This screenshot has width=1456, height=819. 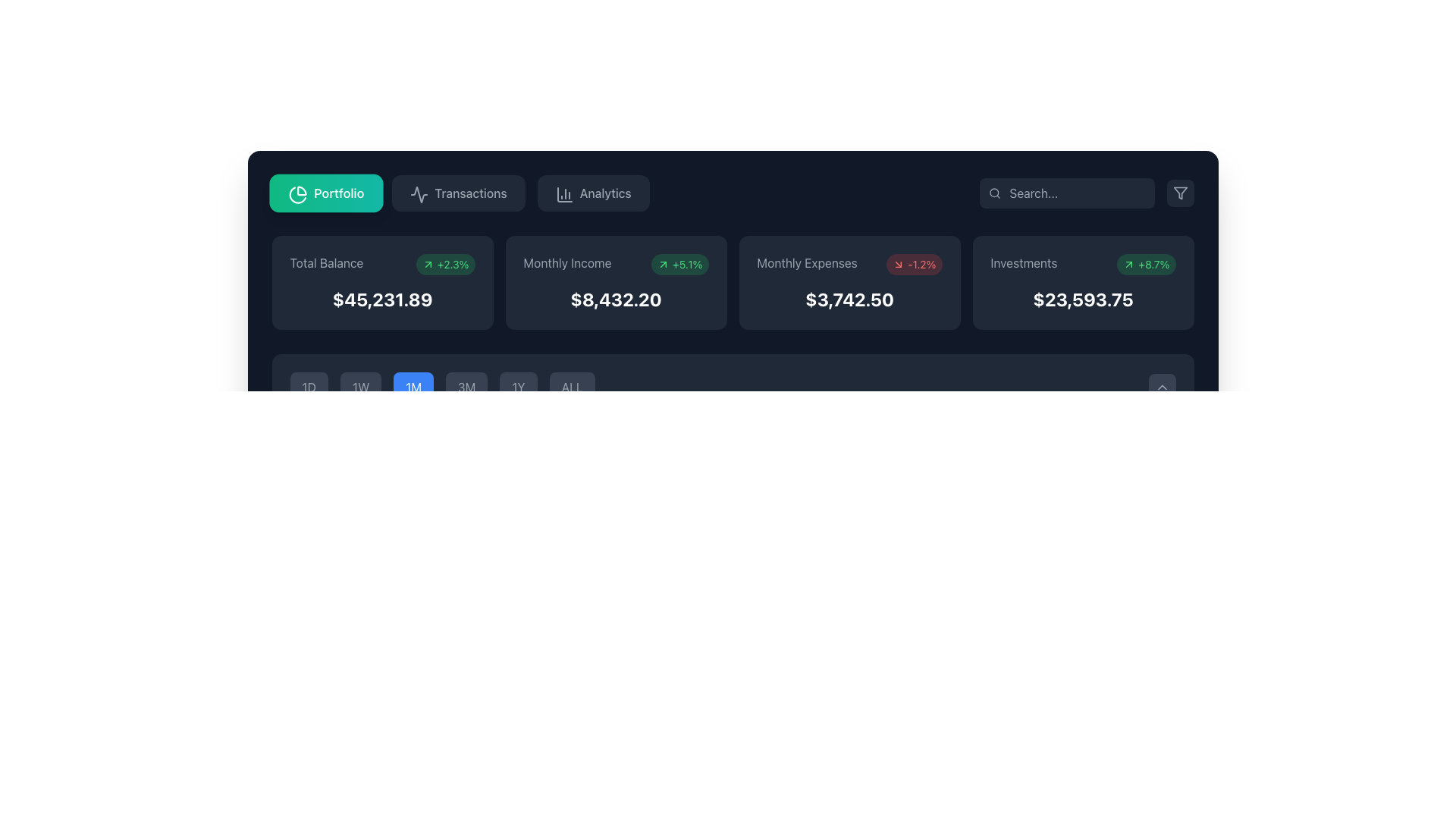 What do you see at coordinates (458, 192) in the screenshot?
I see `the 'Transactions' button, which is a rectangular button with a dark gray background and light gray text, located at the top center of the interface between the 'Portfolio' and 'Analytics' buttons, to trigger visual changes` at bounding box center [458, 192].